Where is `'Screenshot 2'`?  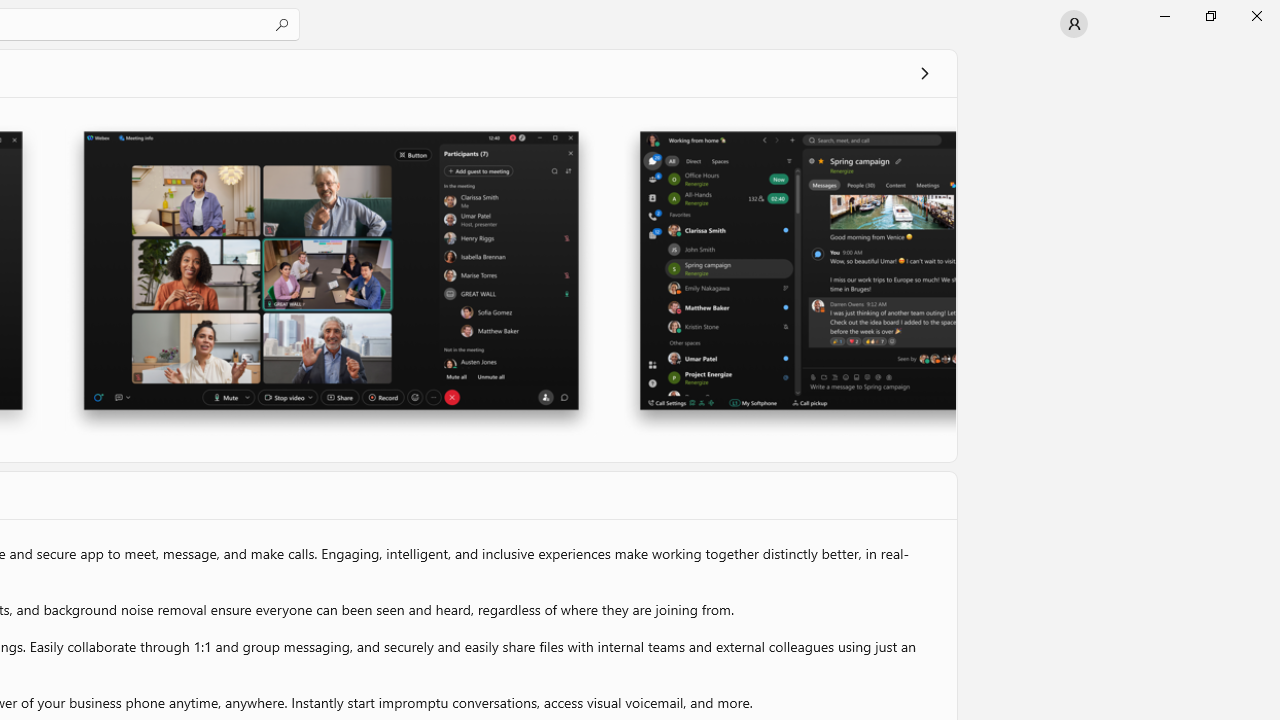
'Screenshot 2' is located at coordinates (330, 279).